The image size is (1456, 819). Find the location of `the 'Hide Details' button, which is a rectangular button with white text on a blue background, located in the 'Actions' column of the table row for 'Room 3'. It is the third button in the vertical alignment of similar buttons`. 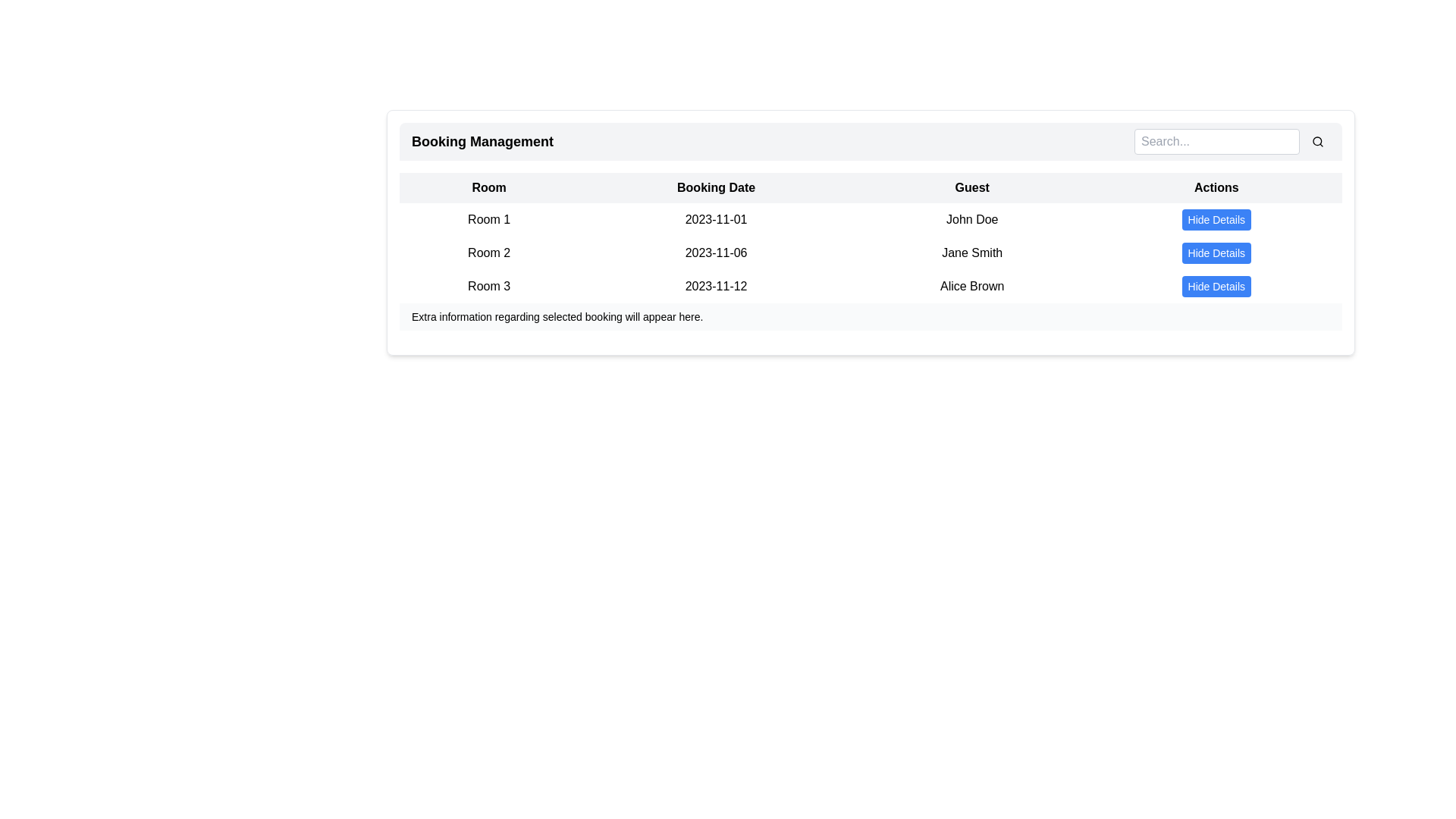

the 'Hide Details' button, which is a rectangular button with white text on a blue background, located in the 'Actions' column of the table row for 'Room 3'. It is the third button in the vertical alignment of similar buttons is located at coordinates (1216, 287).